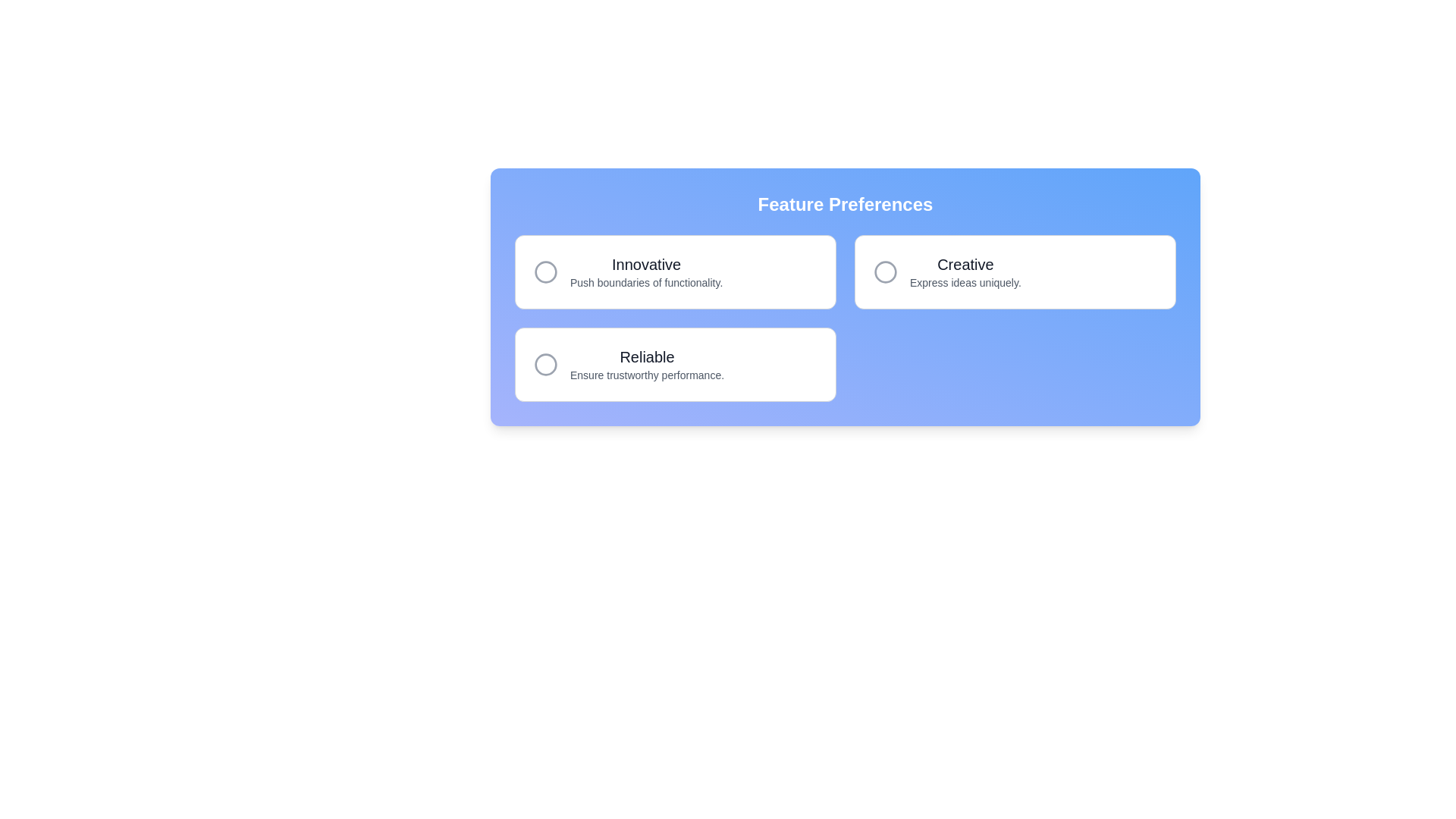 This screenshot has width=1456, height=819. Describe the element at coordinates (546, 271) in the screenshot. I see `the graphical circle, which serves as a non-interactive visual marker within the 'Innovative' feature preference card located in the top-left corner` at that location.